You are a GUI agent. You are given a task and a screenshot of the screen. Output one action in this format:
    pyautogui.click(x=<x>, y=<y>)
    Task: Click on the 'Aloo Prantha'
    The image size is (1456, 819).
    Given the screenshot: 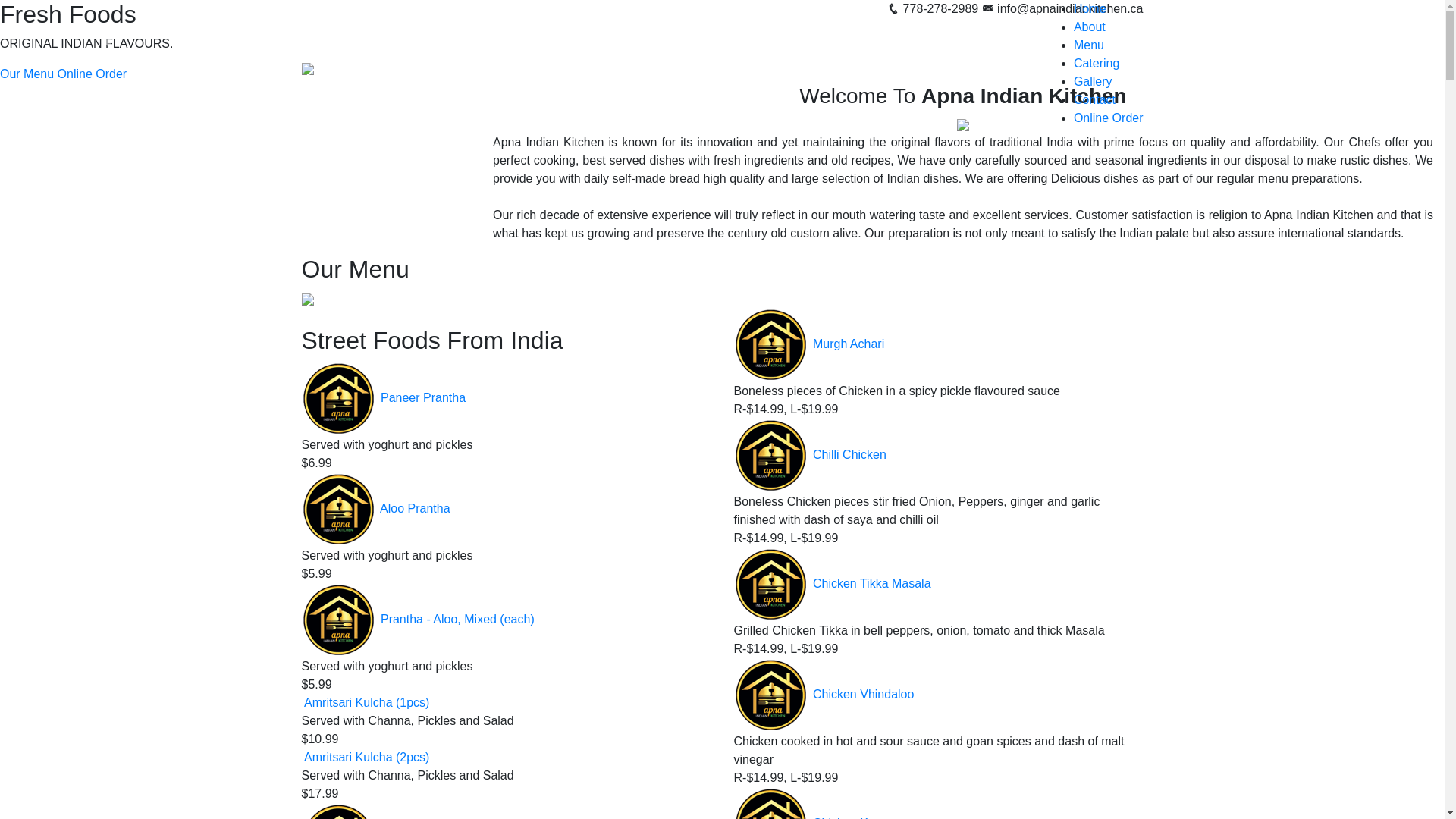 What is the action you would take?
    pyautogui.click(x=379, y=508)
    